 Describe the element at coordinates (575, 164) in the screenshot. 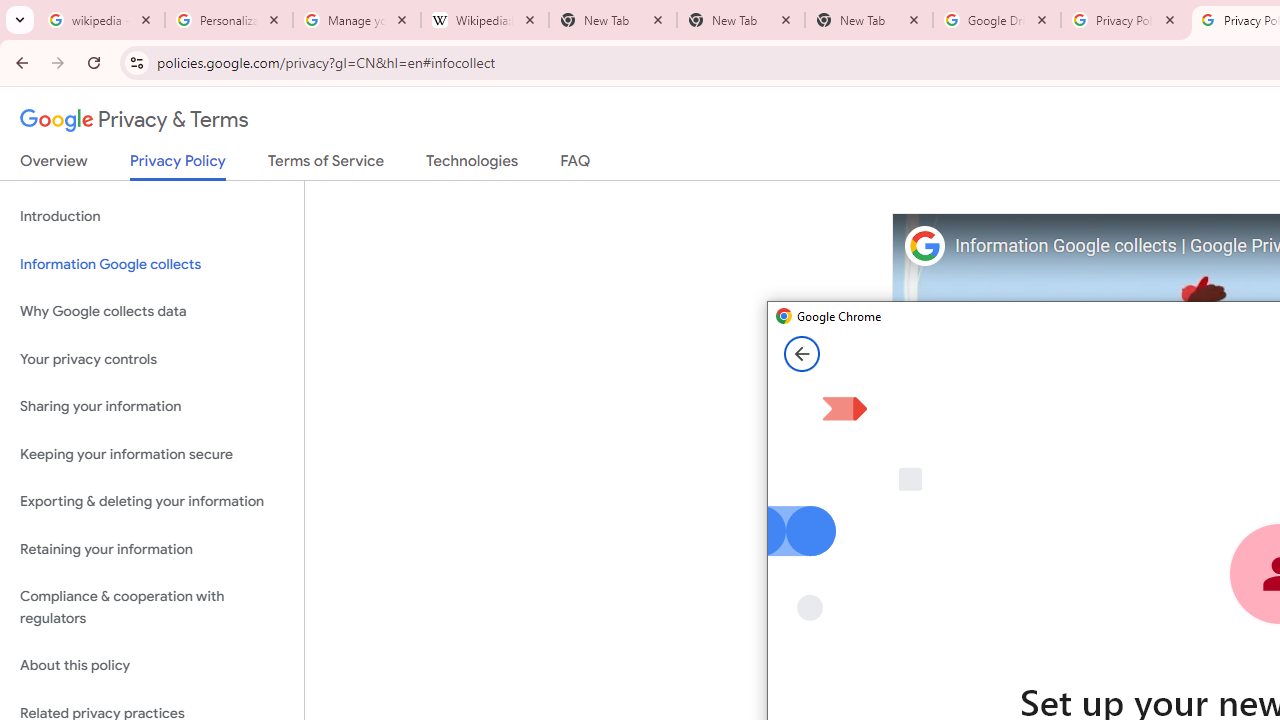

I see `'FAQ'` at that location.